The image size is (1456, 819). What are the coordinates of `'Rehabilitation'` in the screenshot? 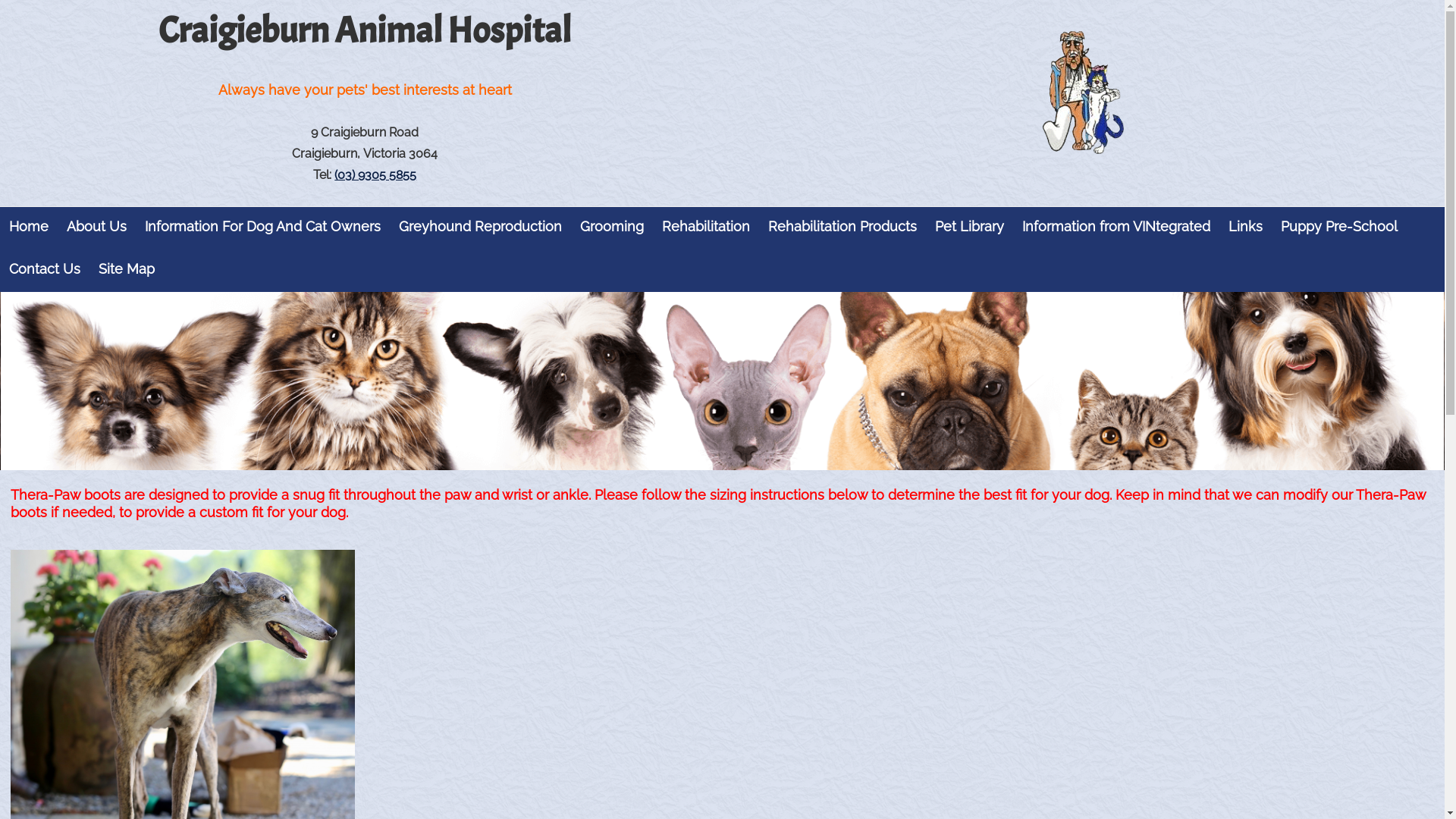 It's located at (705, 227).